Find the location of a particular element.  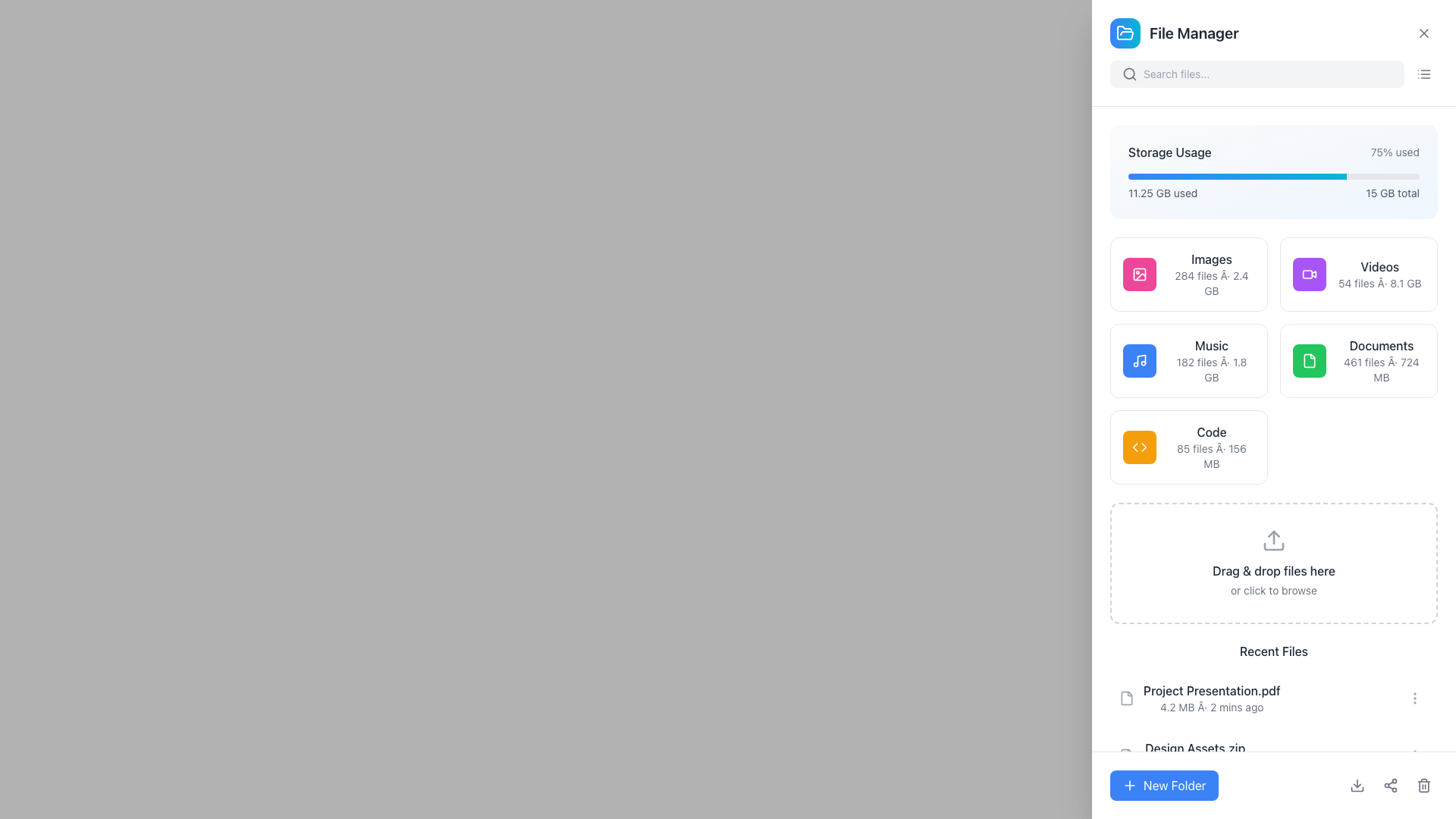

the top file list item is located at coordinates (1211, 698).